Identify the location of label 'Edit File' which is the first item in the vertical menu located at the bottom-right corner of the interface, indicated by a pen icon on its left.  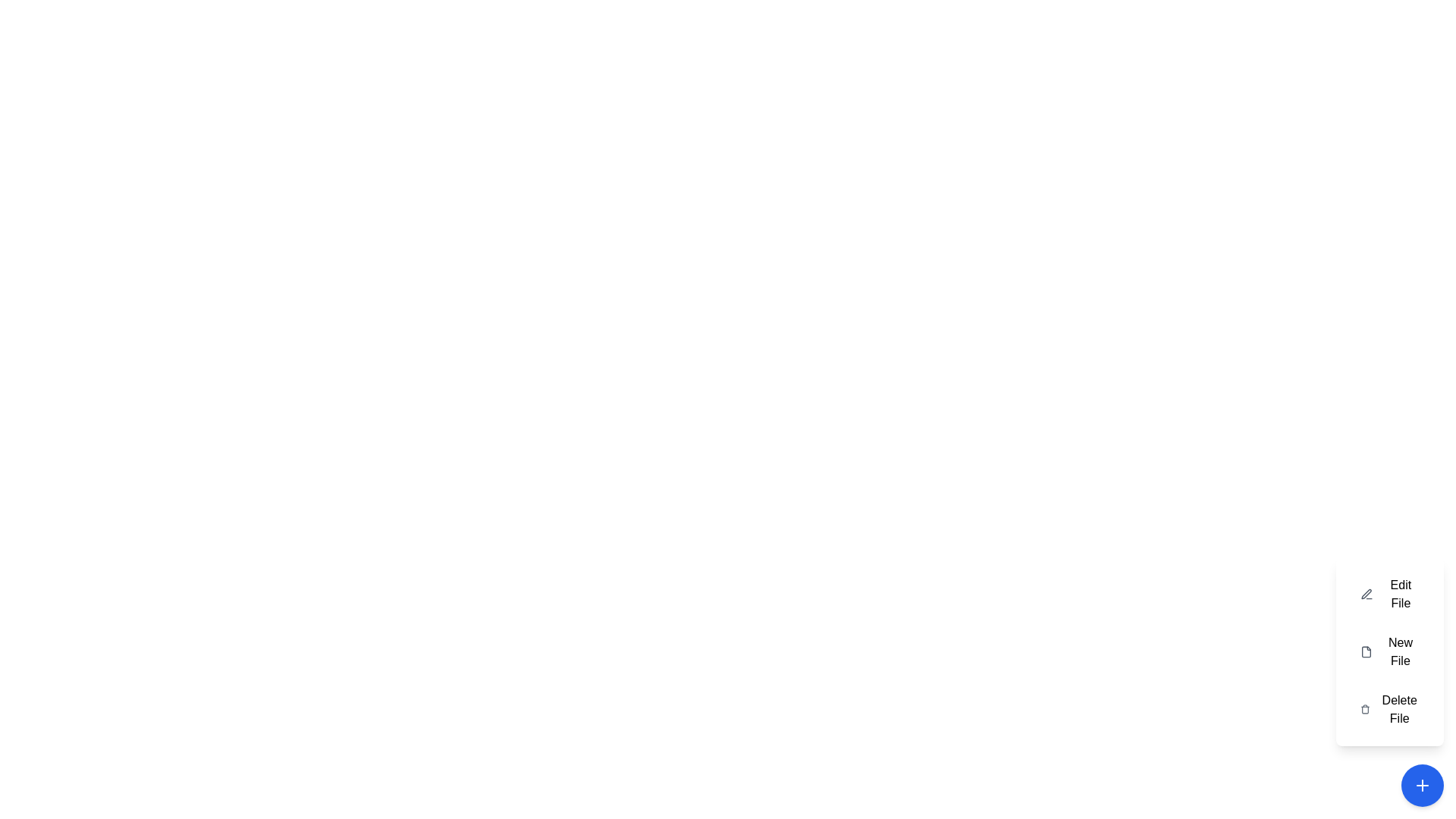
(1400, 593).